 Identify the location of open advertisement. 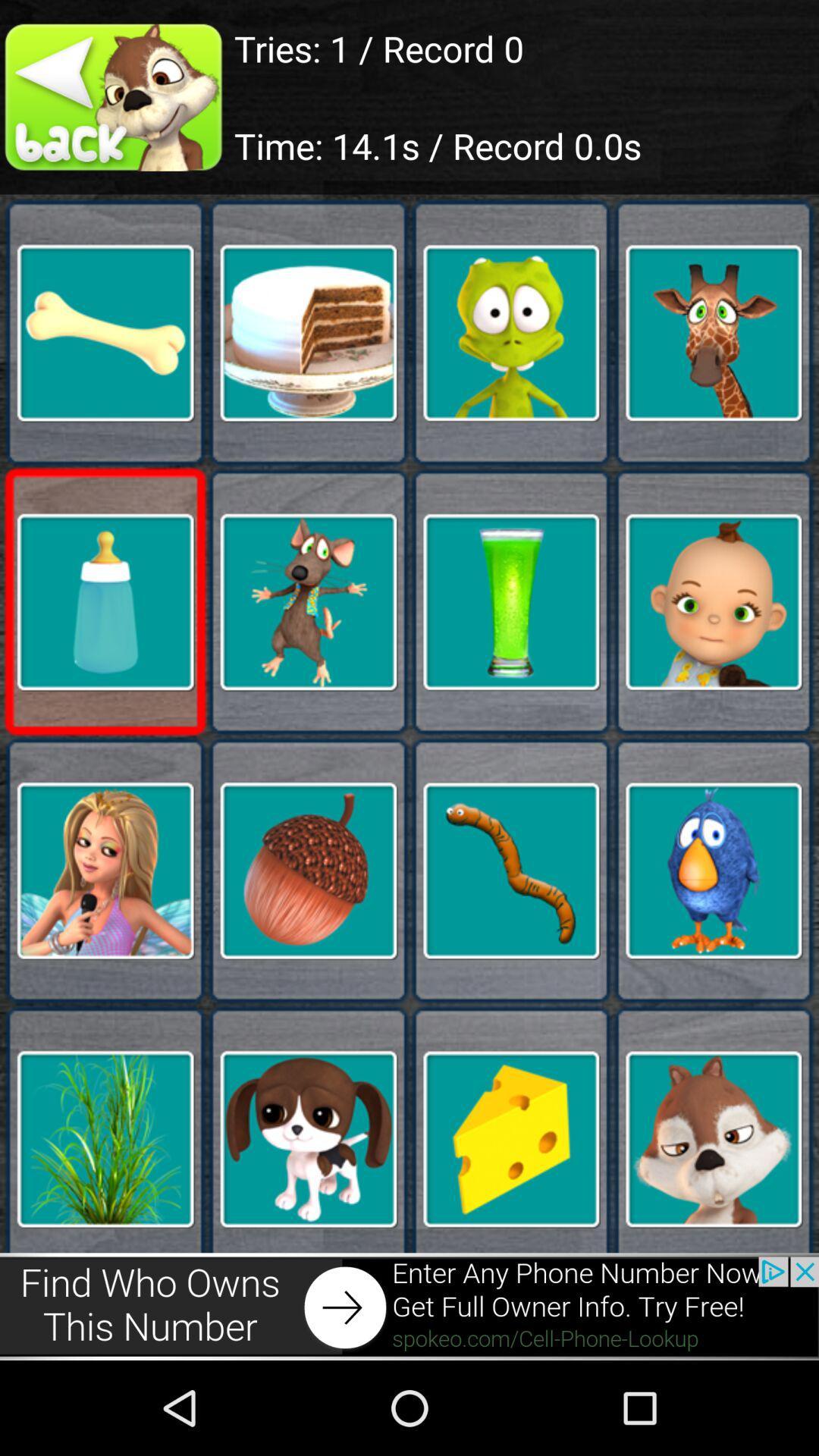
(409, 1306).